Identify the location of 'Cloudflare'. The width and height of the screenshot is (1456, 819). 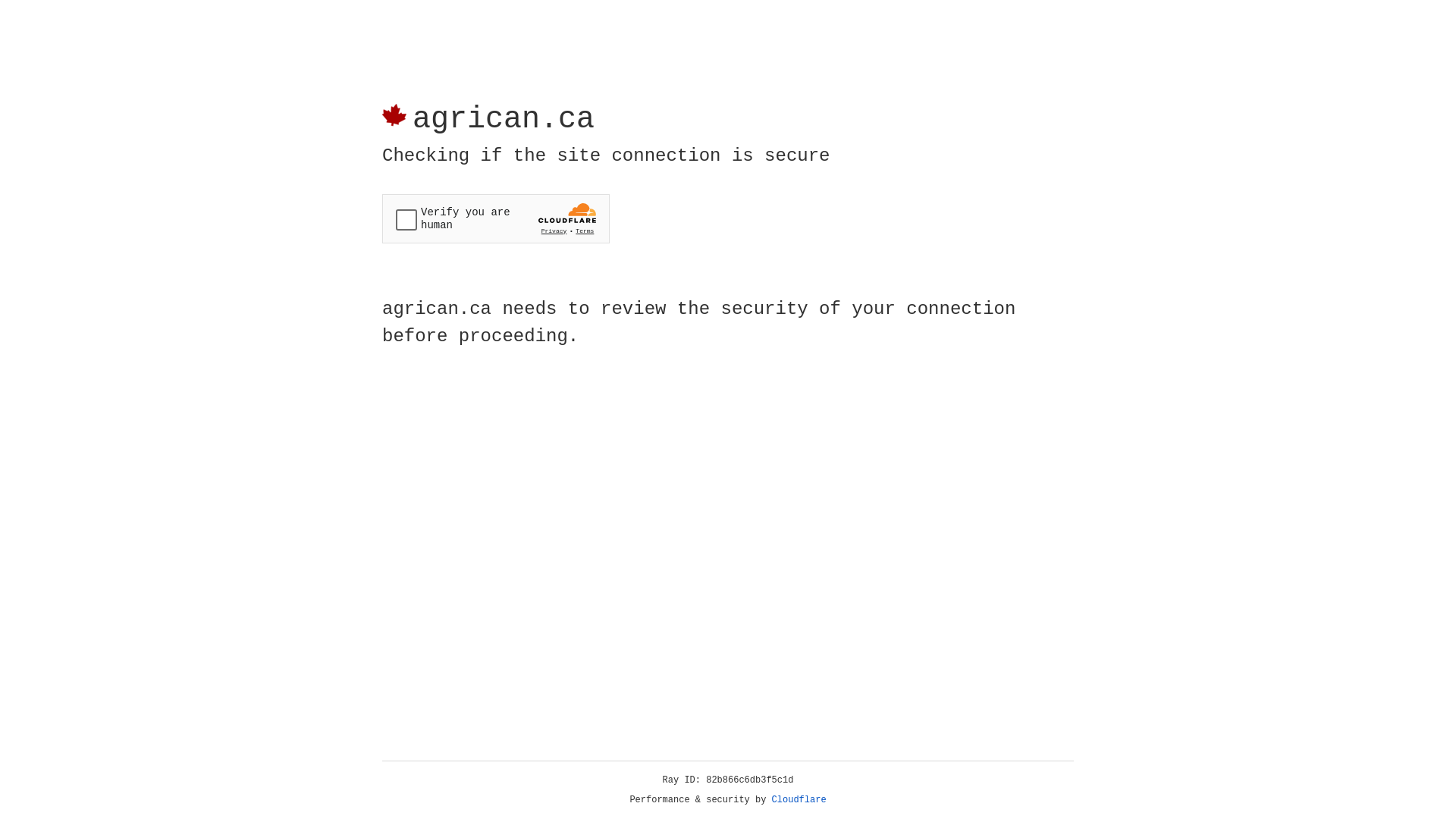
(799, 799).